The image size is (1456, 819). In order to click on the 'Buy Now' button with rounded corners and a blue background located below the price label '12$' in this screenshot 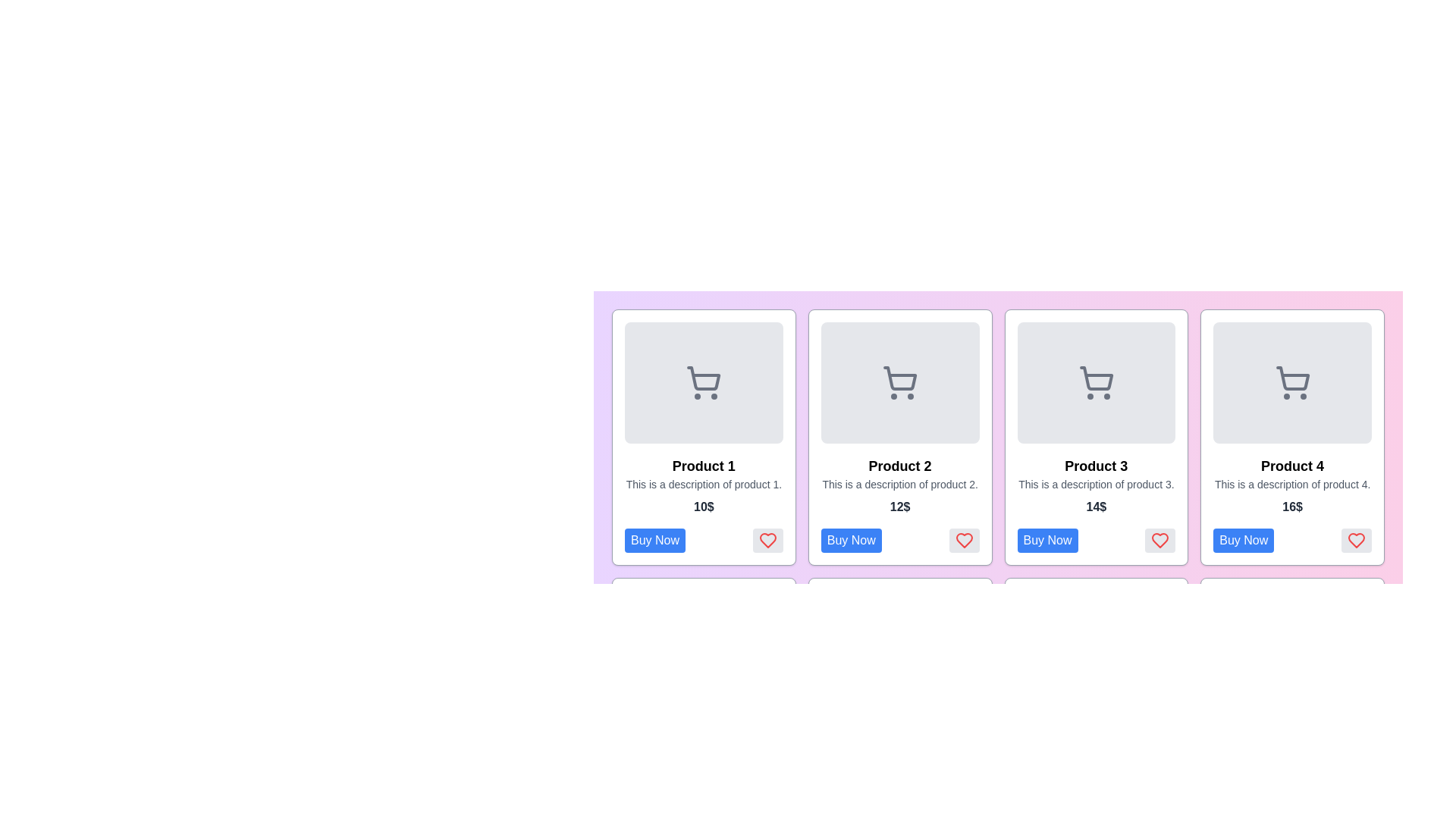, I will do `click(851, 540)`.